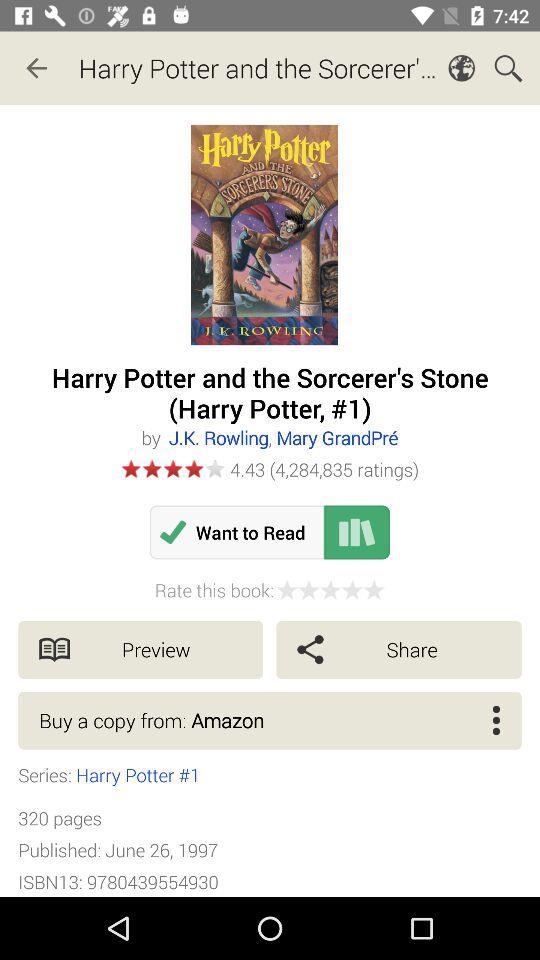 The width and height of the screenshot is (540, 960). Describe the element at coordinates (118, 849) in the screenshot. I see `320 pages published` at that location.